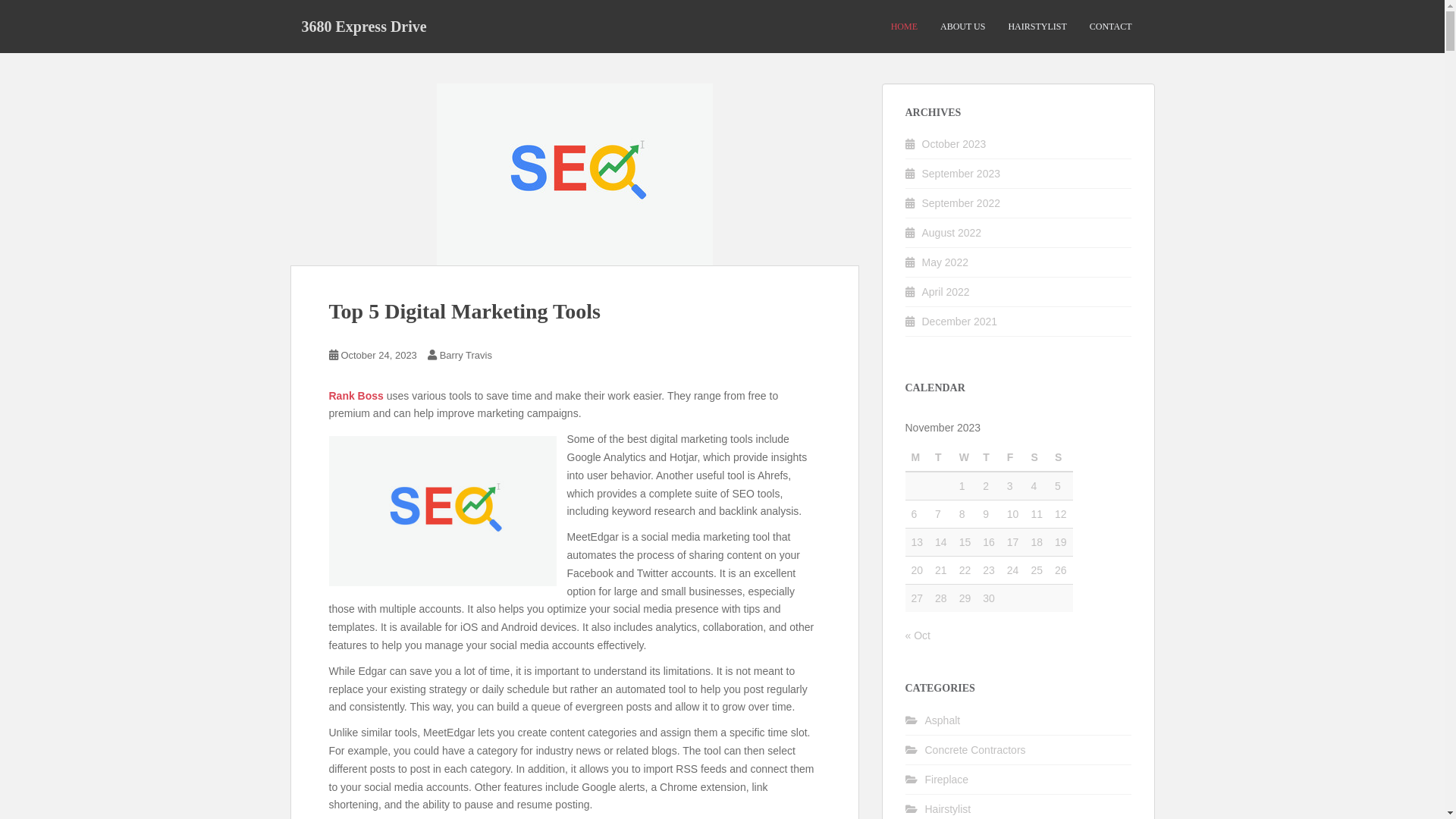  I want to click on 'May 2022', so click(944, 262).